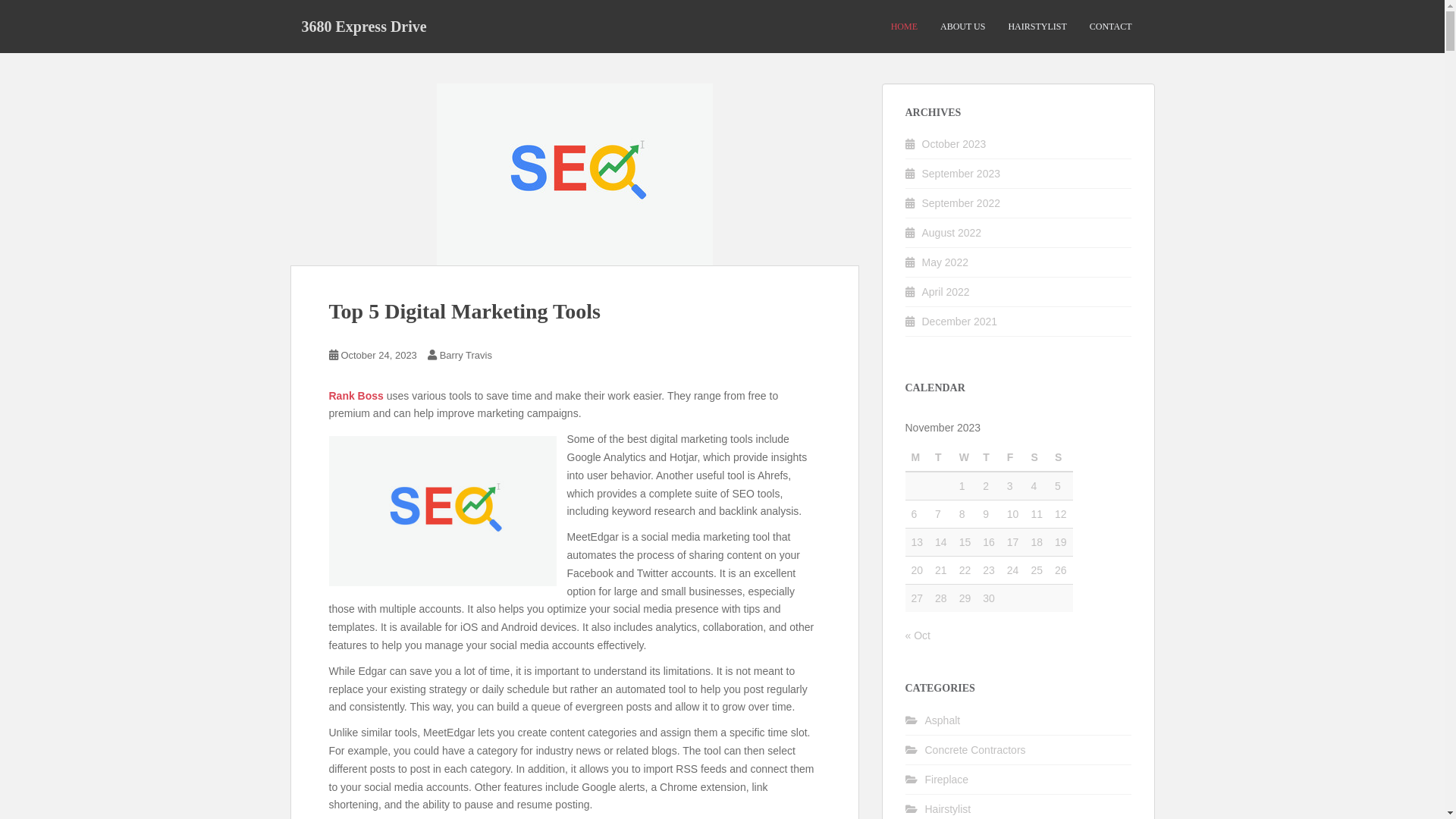  I want to click on 'May 2022', so click(944, 262).